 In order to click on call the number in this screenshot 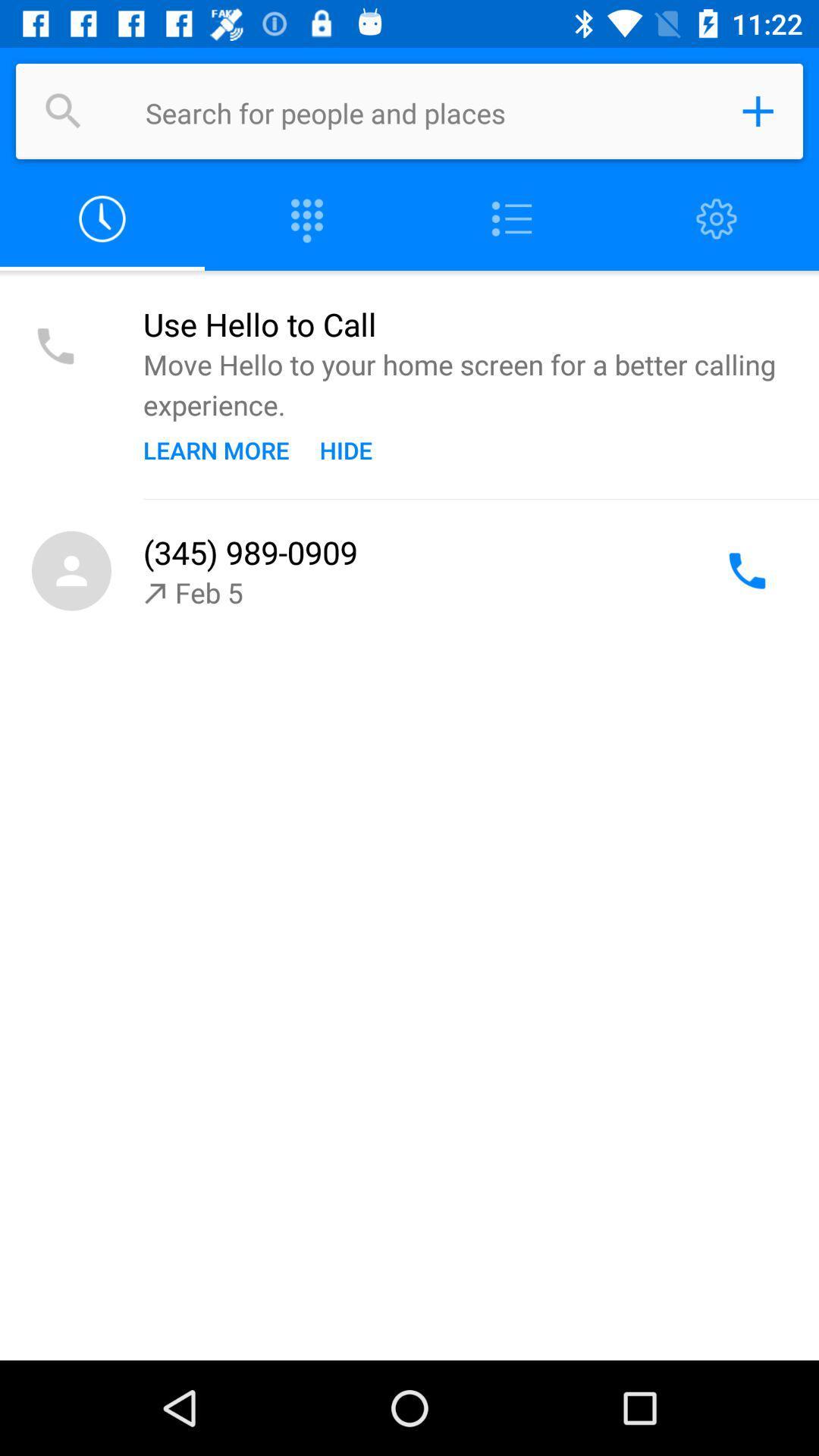, I will do `click(746, 570)`.